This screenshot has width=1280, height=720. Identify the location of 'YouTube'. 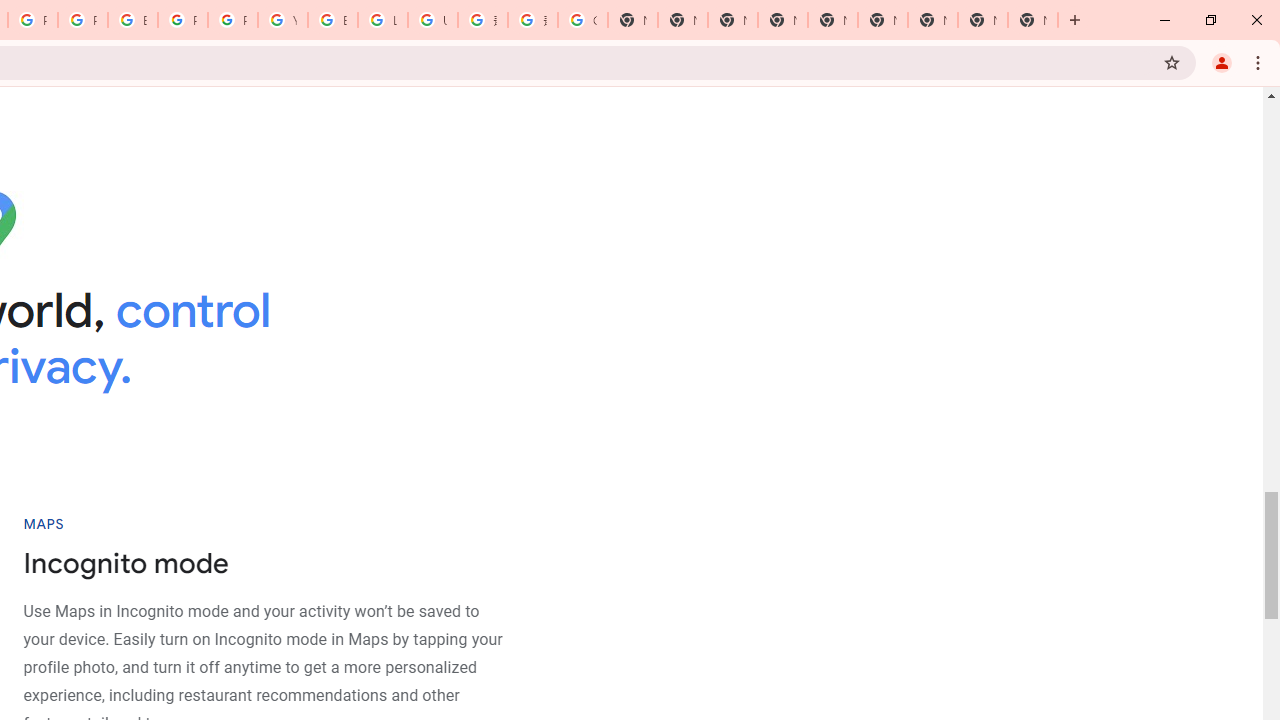
(282, 20).